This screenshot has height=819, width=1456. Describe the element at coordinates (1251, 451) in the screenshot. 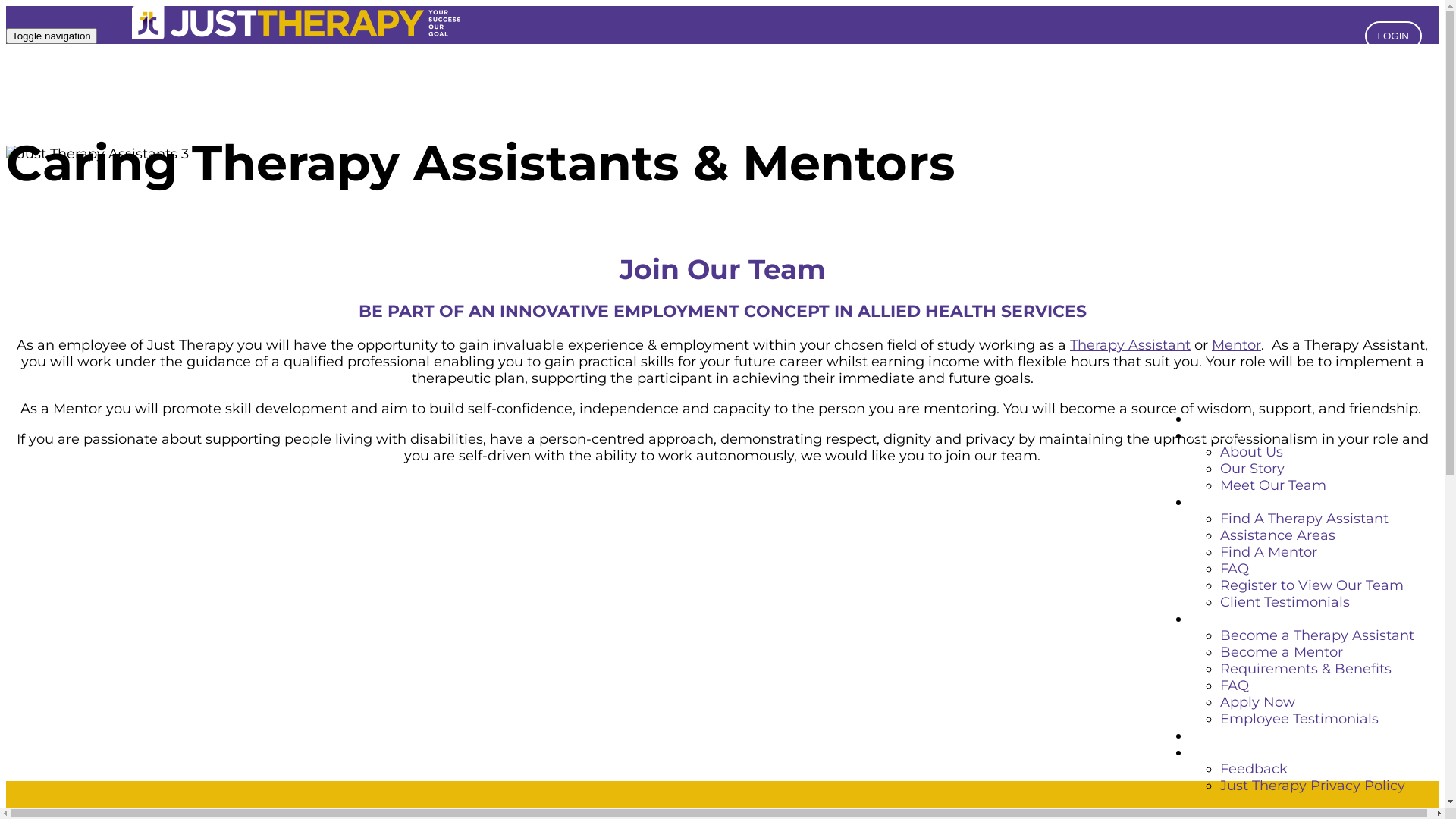

I see `'About Us'` at that location.